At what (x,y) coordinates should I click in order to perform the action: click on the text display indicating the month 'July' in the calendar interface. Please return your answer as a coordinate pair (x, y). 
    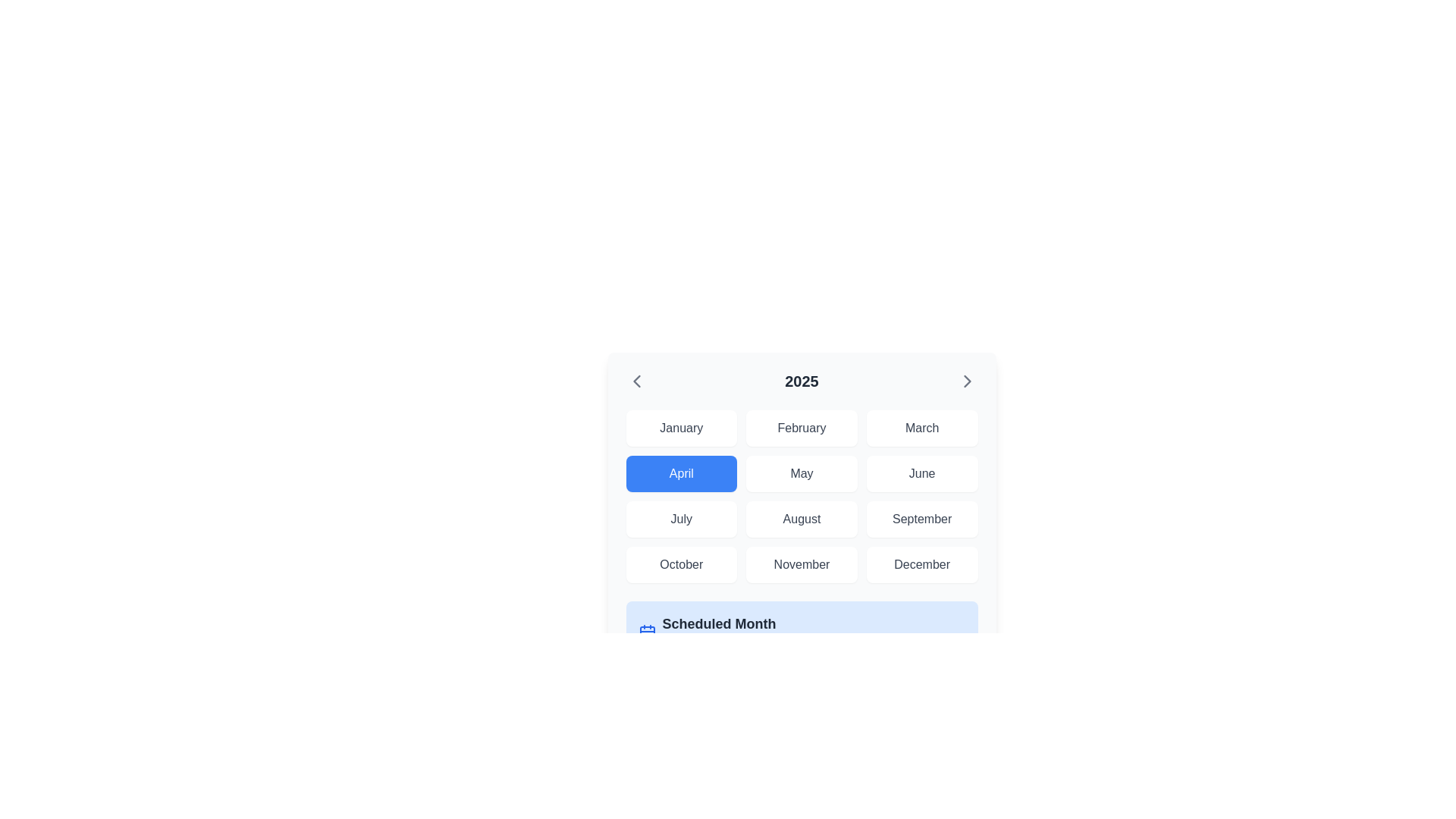
    Looking at the image, I should click on (680, 519).